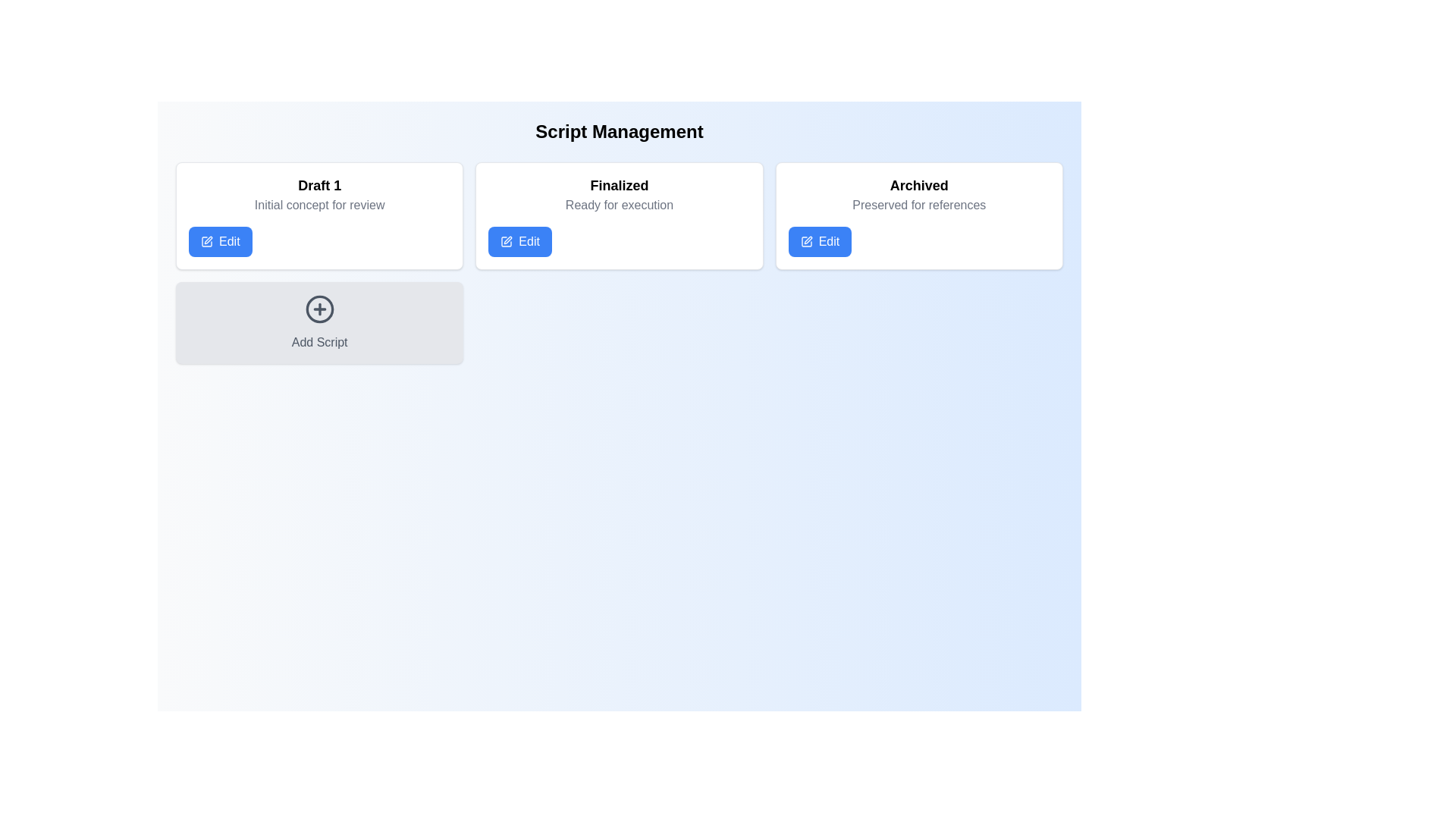 This screenshot has height=819, width=1456. What do you see at coordinates (918, 216) in the screenshot?
I see `information displayed on the 'Archived' status card located in the third column of the grid layout, to the right of the 'Finalized' card` at bounding box center [918, 216].